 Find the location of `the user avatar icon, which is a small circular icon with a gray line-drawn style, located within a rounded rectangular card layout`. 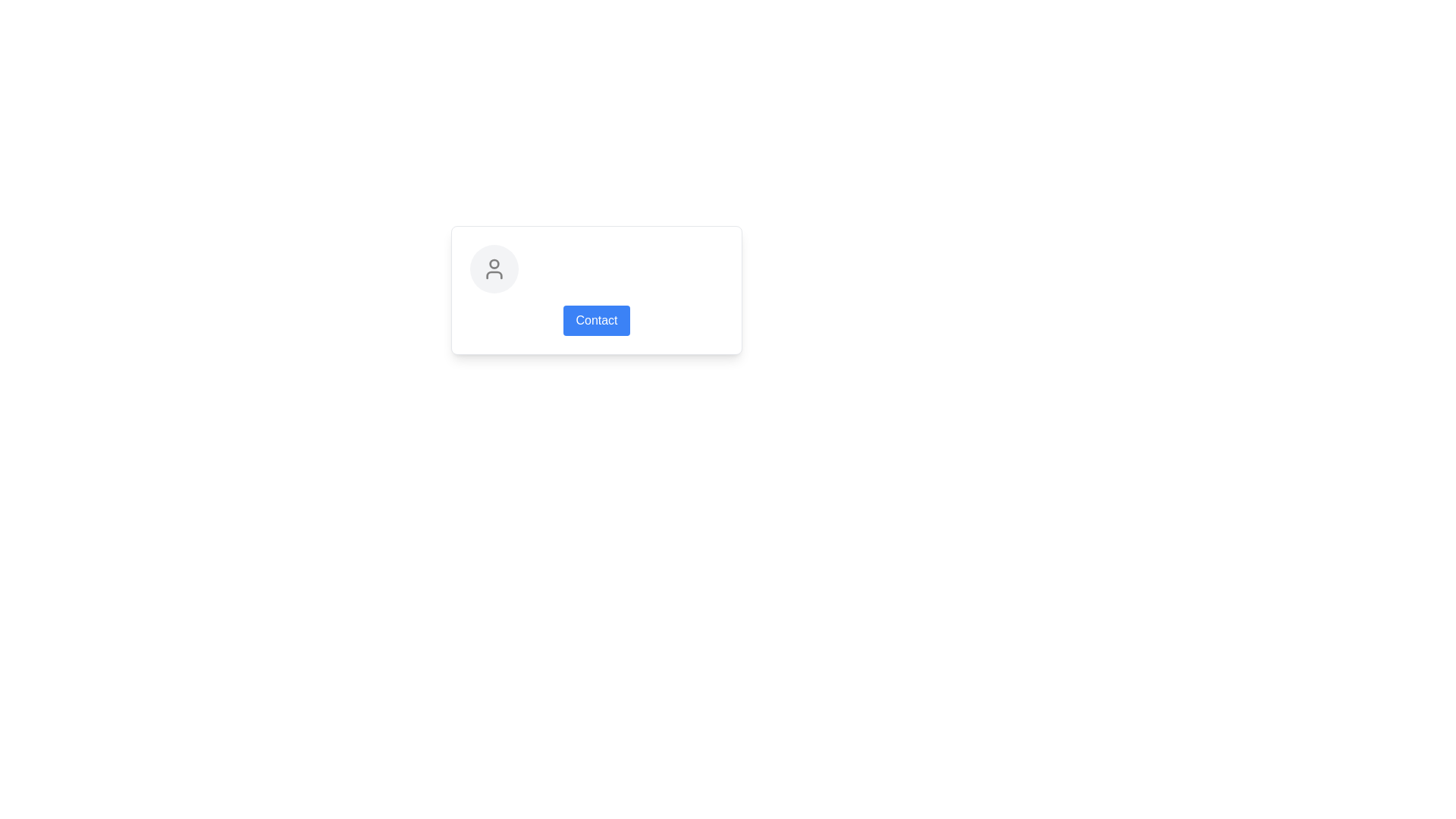

the user avatar icon, which is a small circular icon with a gray line-drawn style, located within a rounded rectangular card layout is located at coordinates (494, 268).